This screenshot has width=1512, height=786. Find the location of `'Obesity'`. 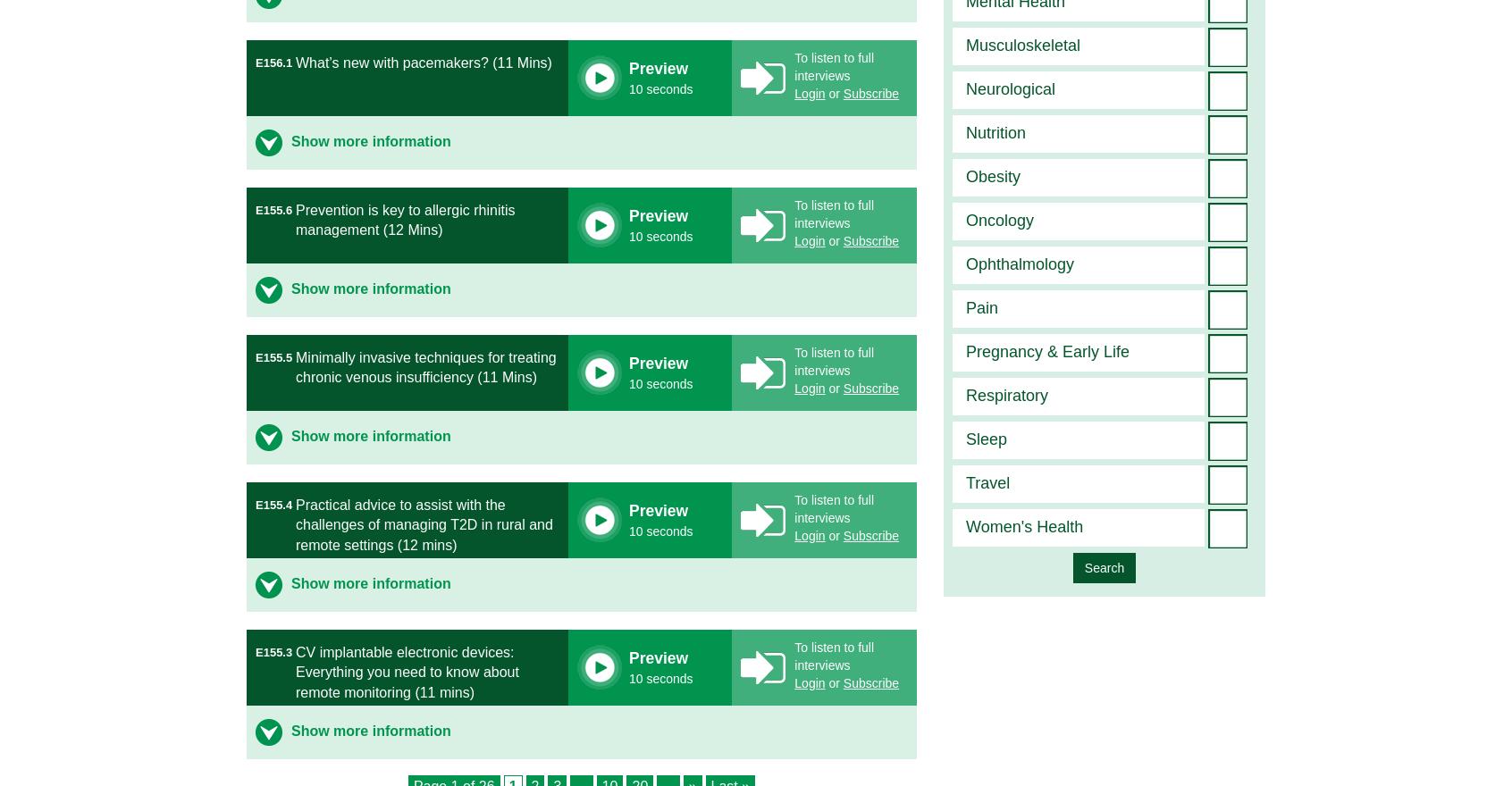

'Obesity' is located at coordinates (993, 177).